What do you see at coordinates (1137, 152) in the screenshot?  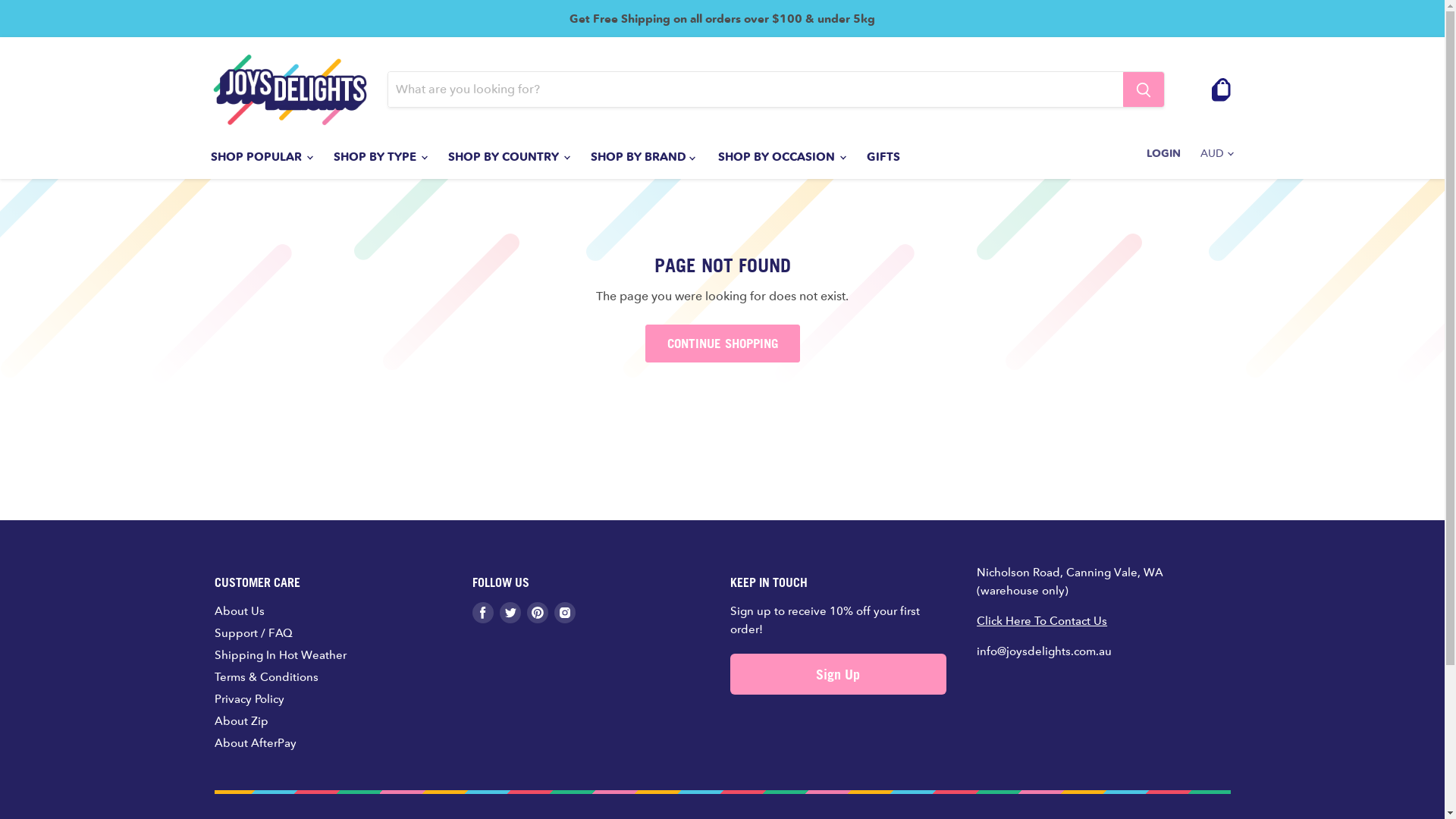 I see `'LOGIN'` at bounding box center [1137, 152].